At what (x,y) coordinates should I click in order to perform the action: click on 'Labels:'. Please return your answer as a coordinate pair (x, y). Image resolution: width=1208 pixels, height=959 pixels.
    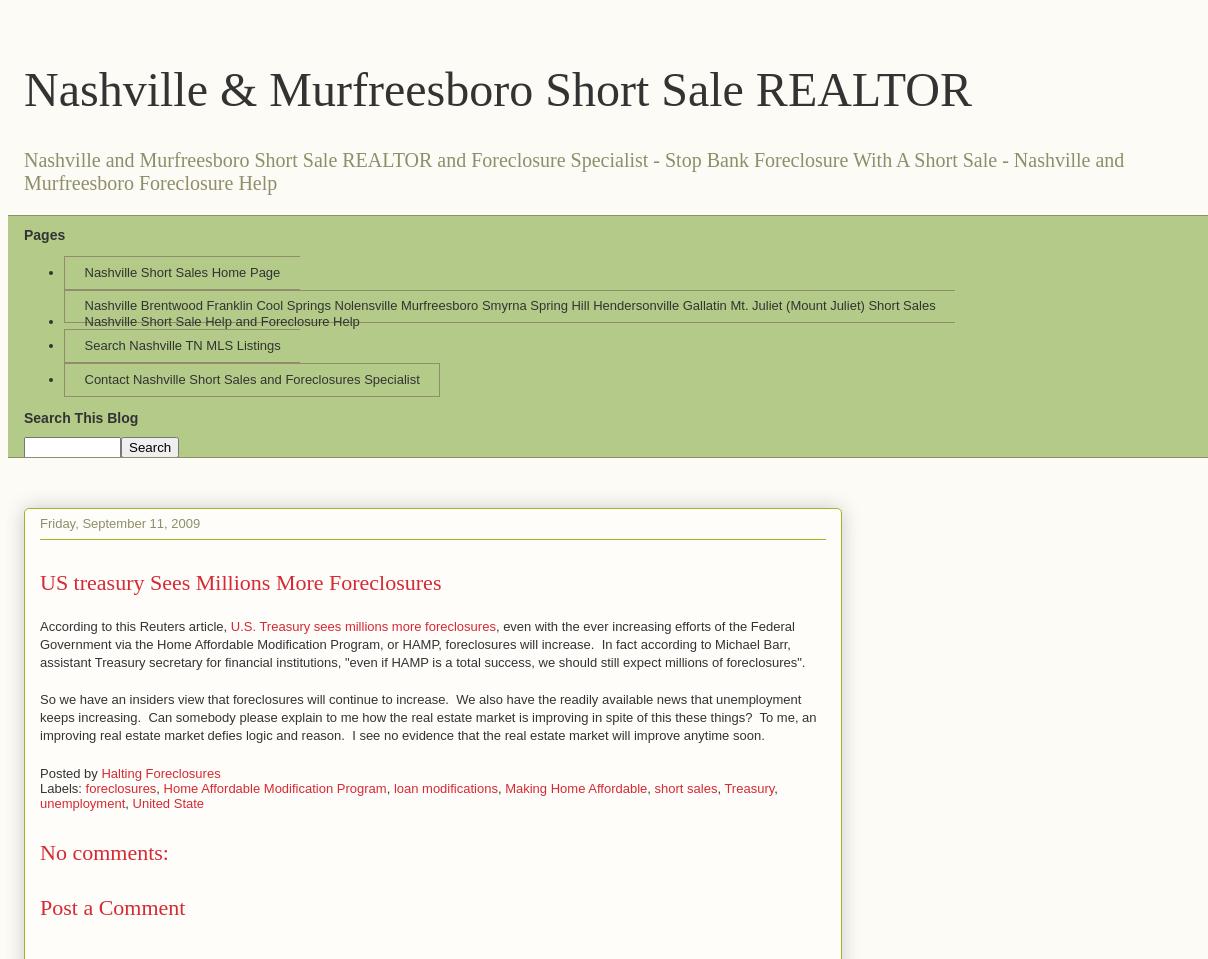
    Looking at the image, I should click on (61, 787).